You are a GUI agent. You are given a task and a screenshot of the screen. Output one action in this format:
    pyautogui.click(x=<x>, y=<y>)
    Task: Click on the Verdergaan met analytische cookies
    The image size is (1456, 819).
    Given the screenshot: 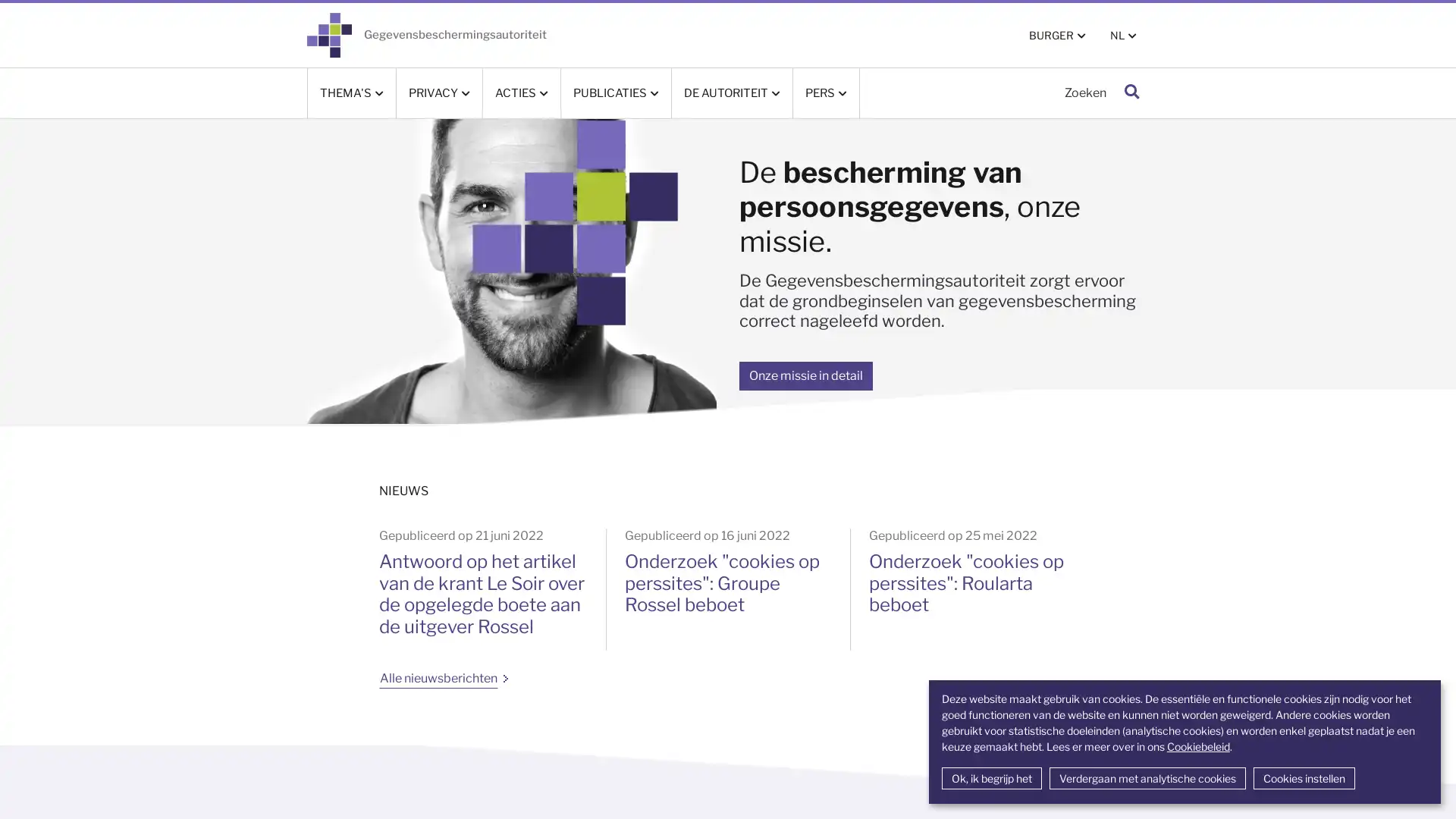 What is the action you would take?
    pyautogui.click(x=1147, y=778)
    